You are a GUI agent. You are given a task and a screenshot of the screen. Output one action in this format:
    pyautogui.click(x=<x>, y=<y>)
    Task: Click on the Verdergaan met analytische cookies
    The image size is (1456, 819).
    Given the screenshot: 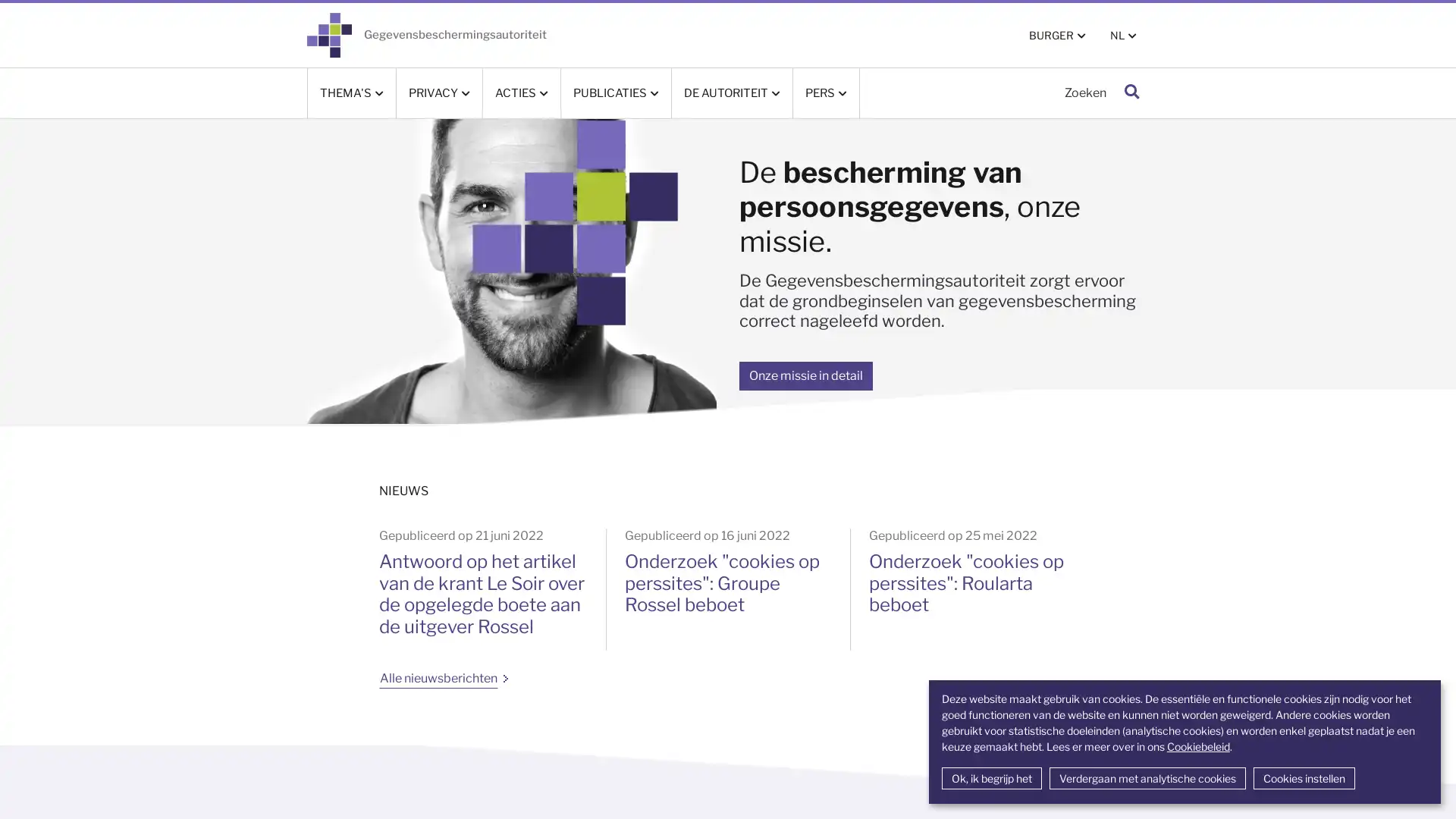 What is the action you would take?
    pyautogui.click(x=1147, y=778)
    